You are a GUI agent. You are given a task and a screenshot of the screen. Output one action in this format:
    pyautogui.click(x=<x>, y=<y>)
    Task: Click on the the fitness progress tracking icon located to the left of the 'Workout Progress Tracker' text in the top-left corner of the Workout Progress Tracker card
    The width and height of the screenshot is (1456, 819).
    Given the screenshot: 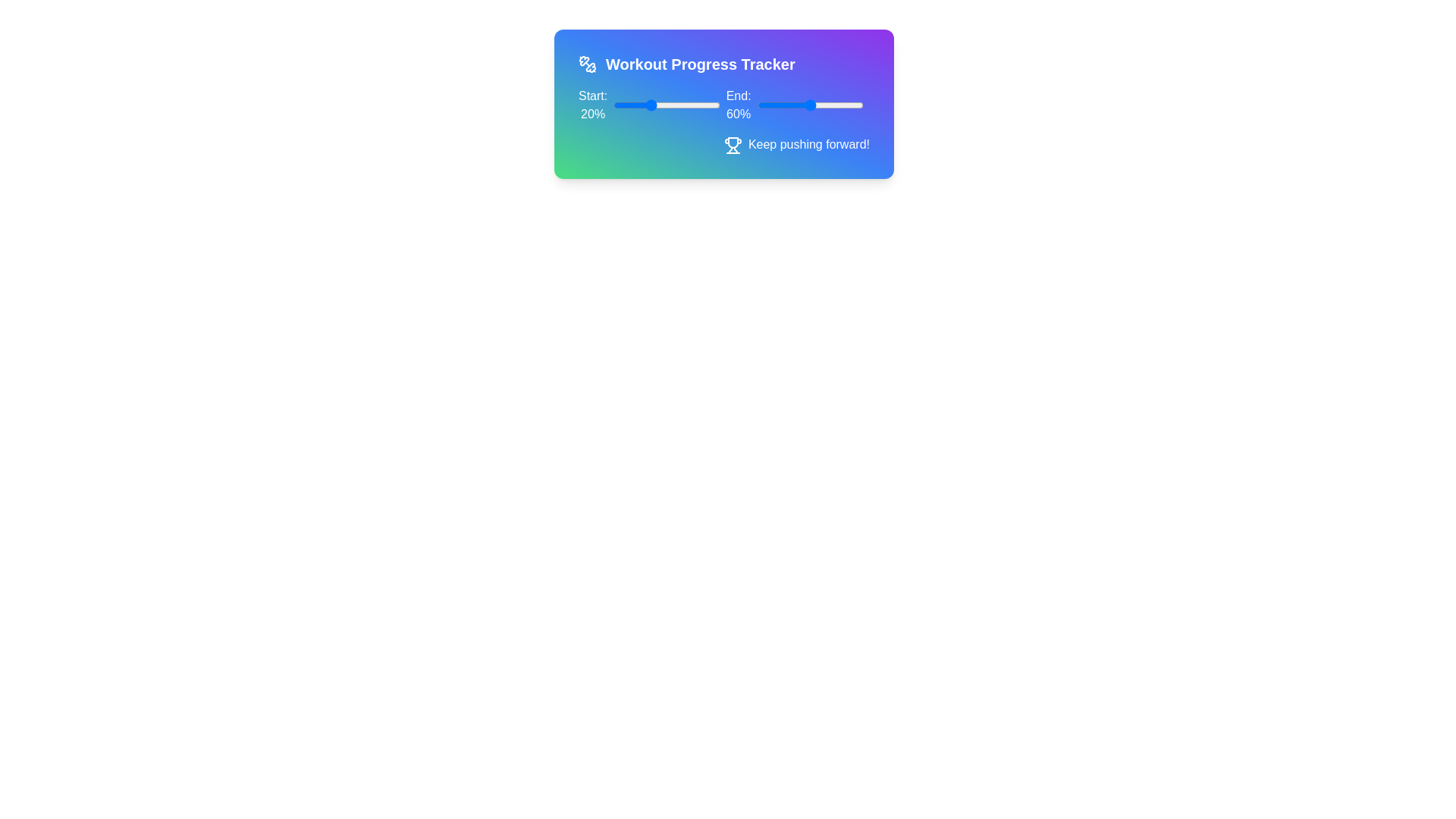 What is the action you would take?
    pyautogui.click(x=583, y=60)
    